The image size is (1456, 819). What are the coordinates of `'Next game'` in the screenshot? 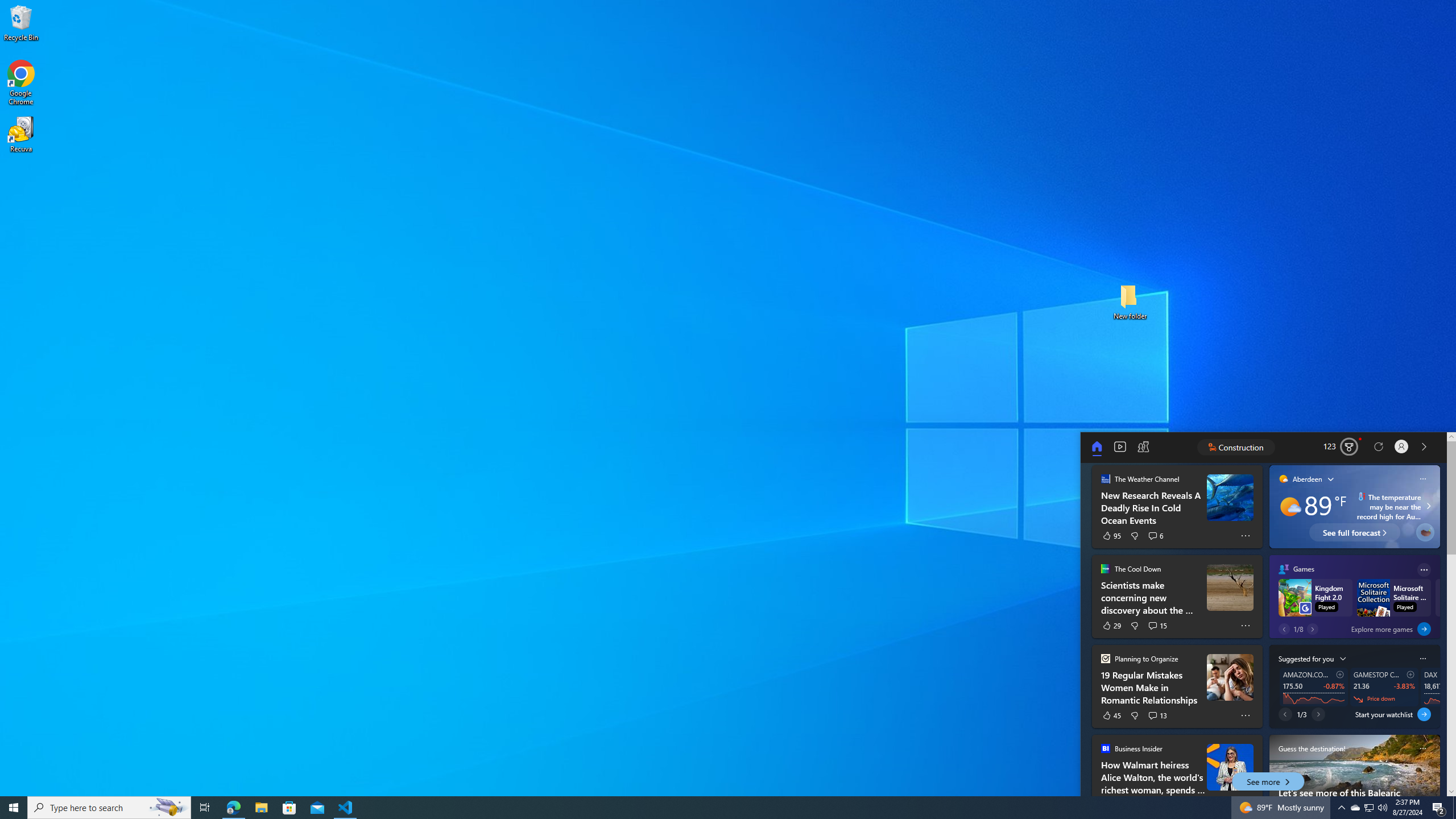 It's located at (1312, 628).